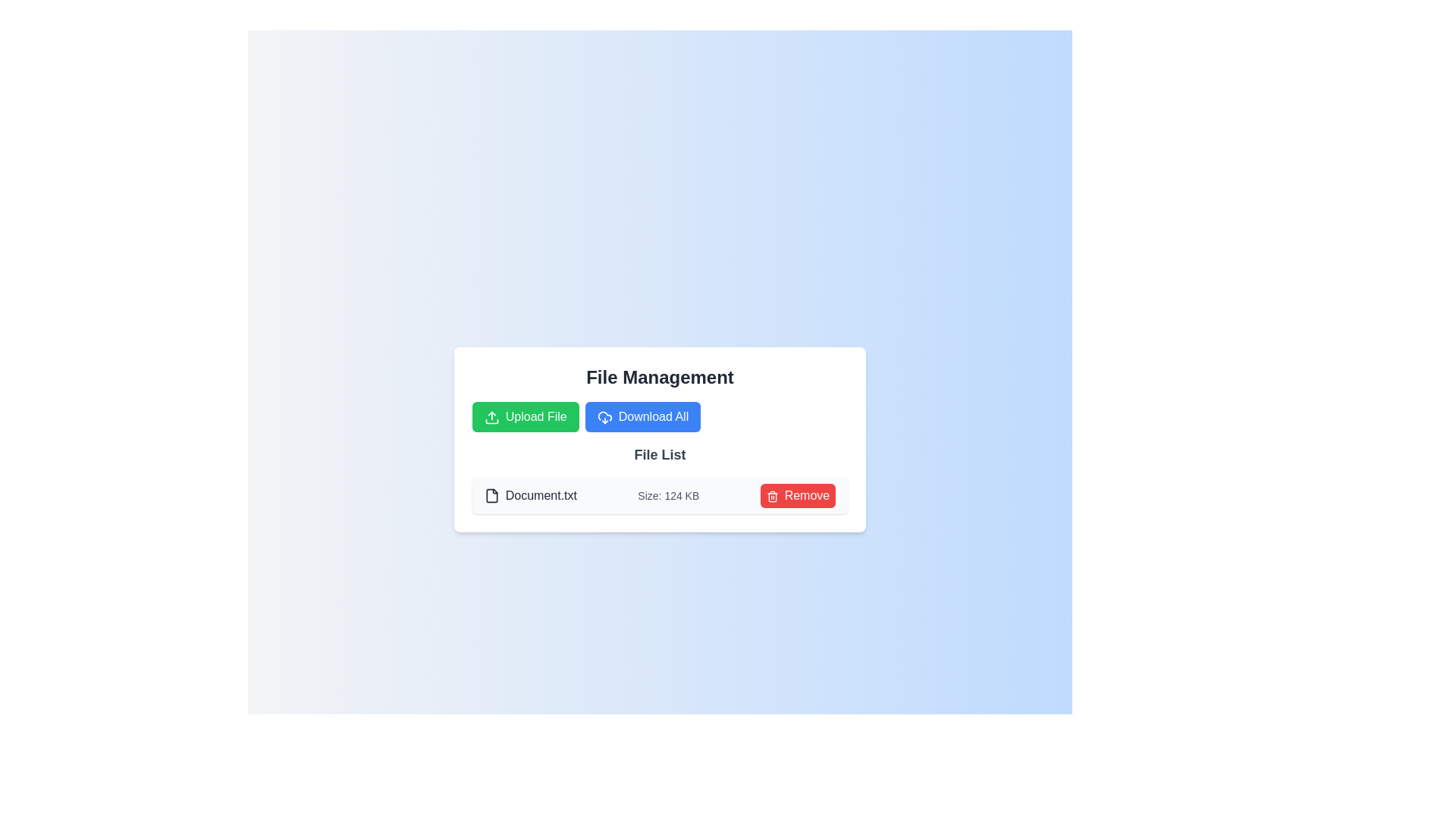  I want to click on the red 'Remove' button with a trash bin icon, so click(797, 496).